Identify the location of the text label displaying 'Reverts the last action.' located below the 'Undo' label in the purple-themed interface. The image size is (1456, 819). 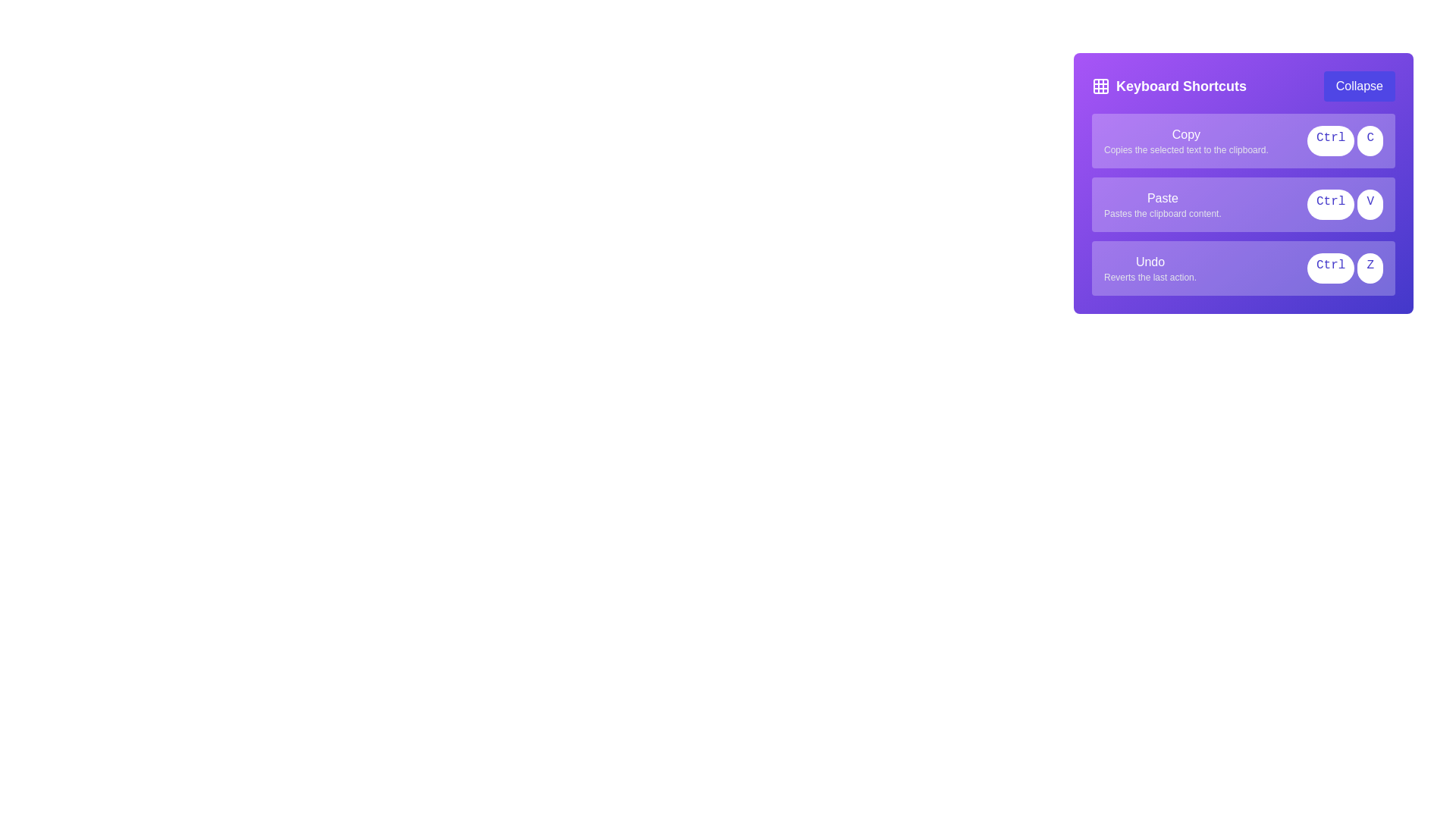
(1150, 278).